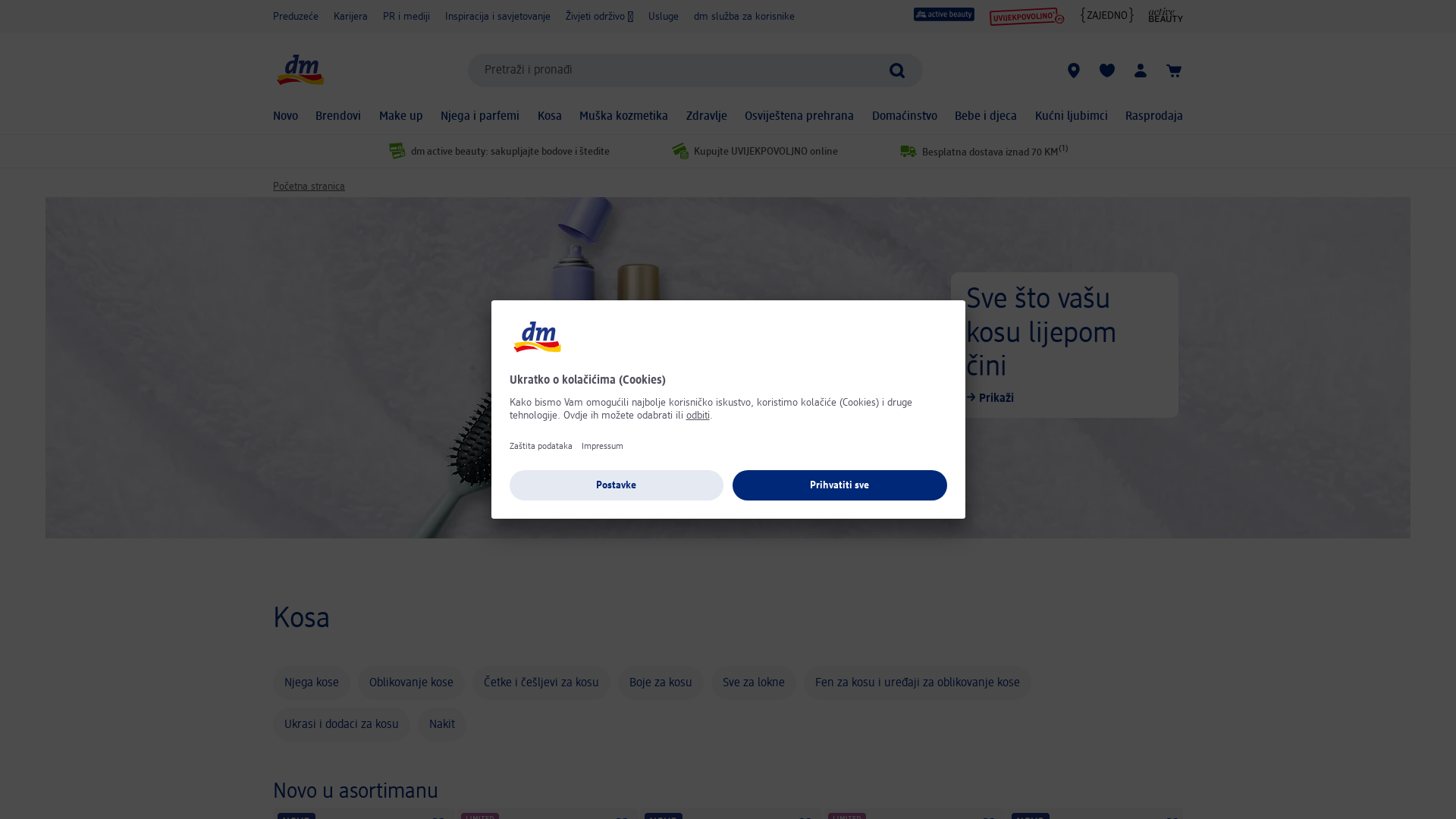 The height and width of the screenshot is (819, 1456). Describe the element at coordinates (473, 116) in the screenshot. I see `'Njega i parfemi'` at that location.